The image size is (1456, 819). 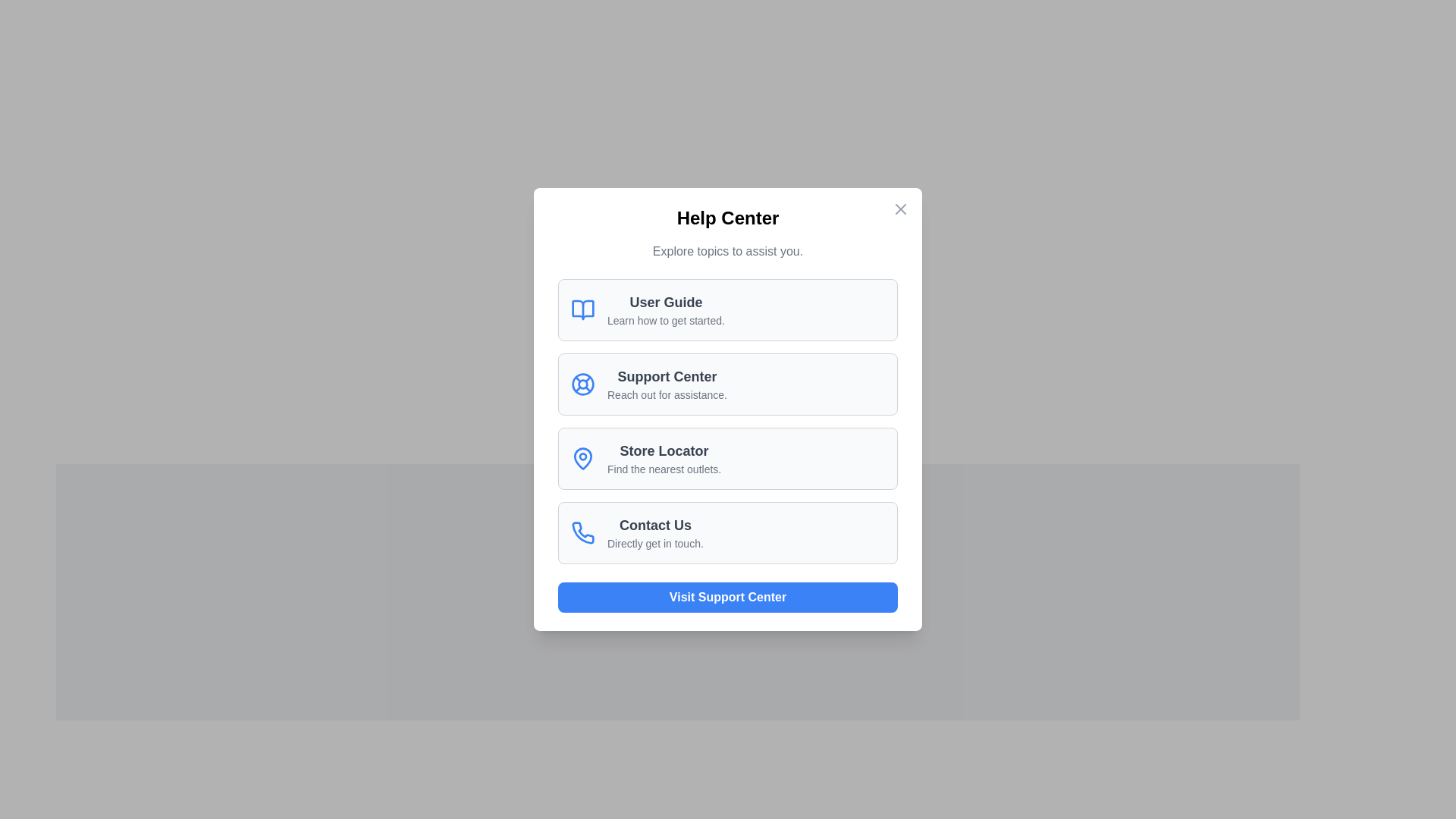 What do you see at coordinates (582, 532) in the screenshot?
I see `or modify the SVG properties of the 'Contact Us' icon located to the left of the text in the fourth entry of the Help Center interface` at bounding box center [582, 532].